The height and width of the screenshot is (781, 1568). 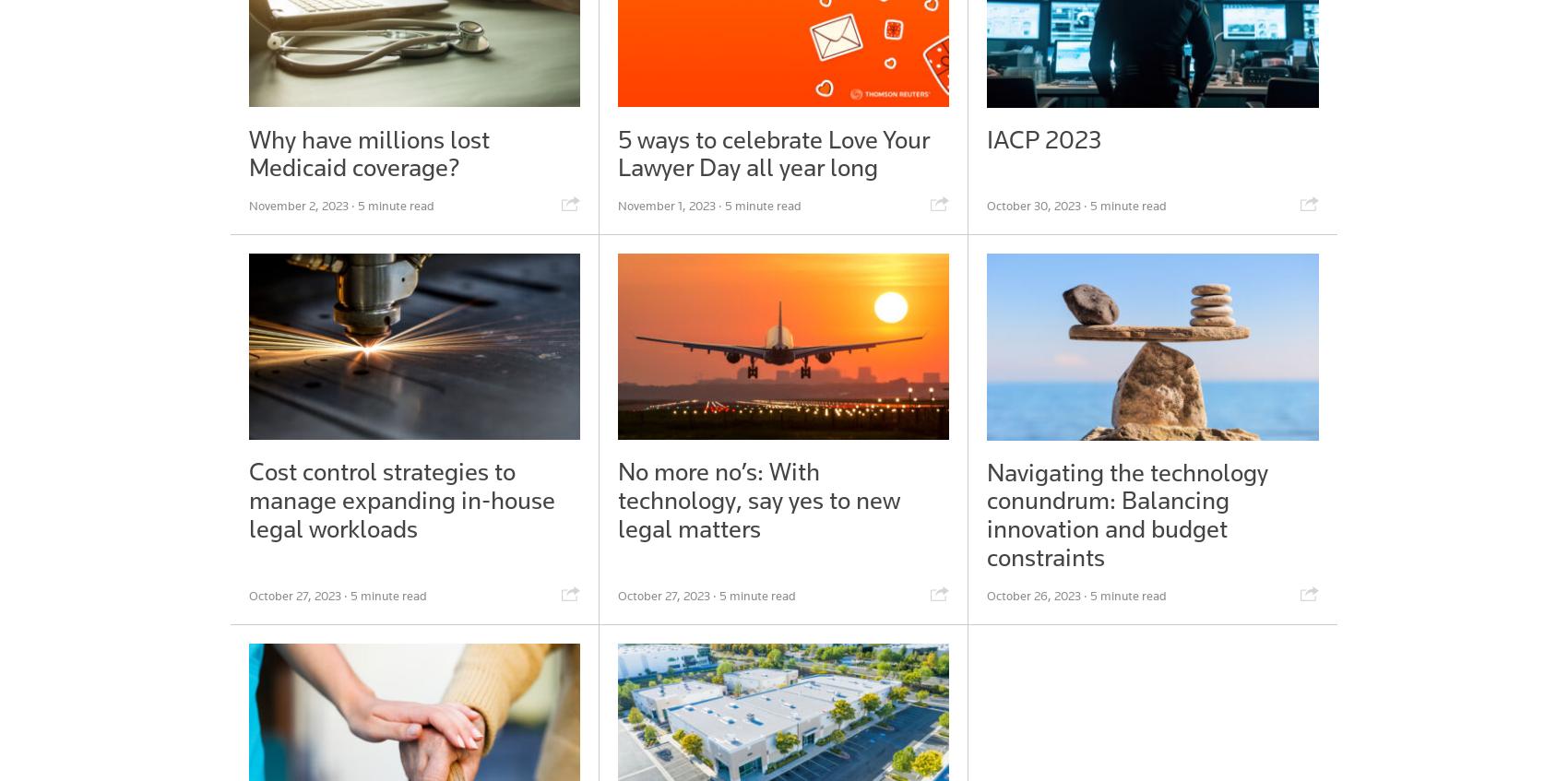 What do you see at coordinates (985, 594) in the screenshot?
I see `'October 26, 2023'` at bounding box center [985, 594].